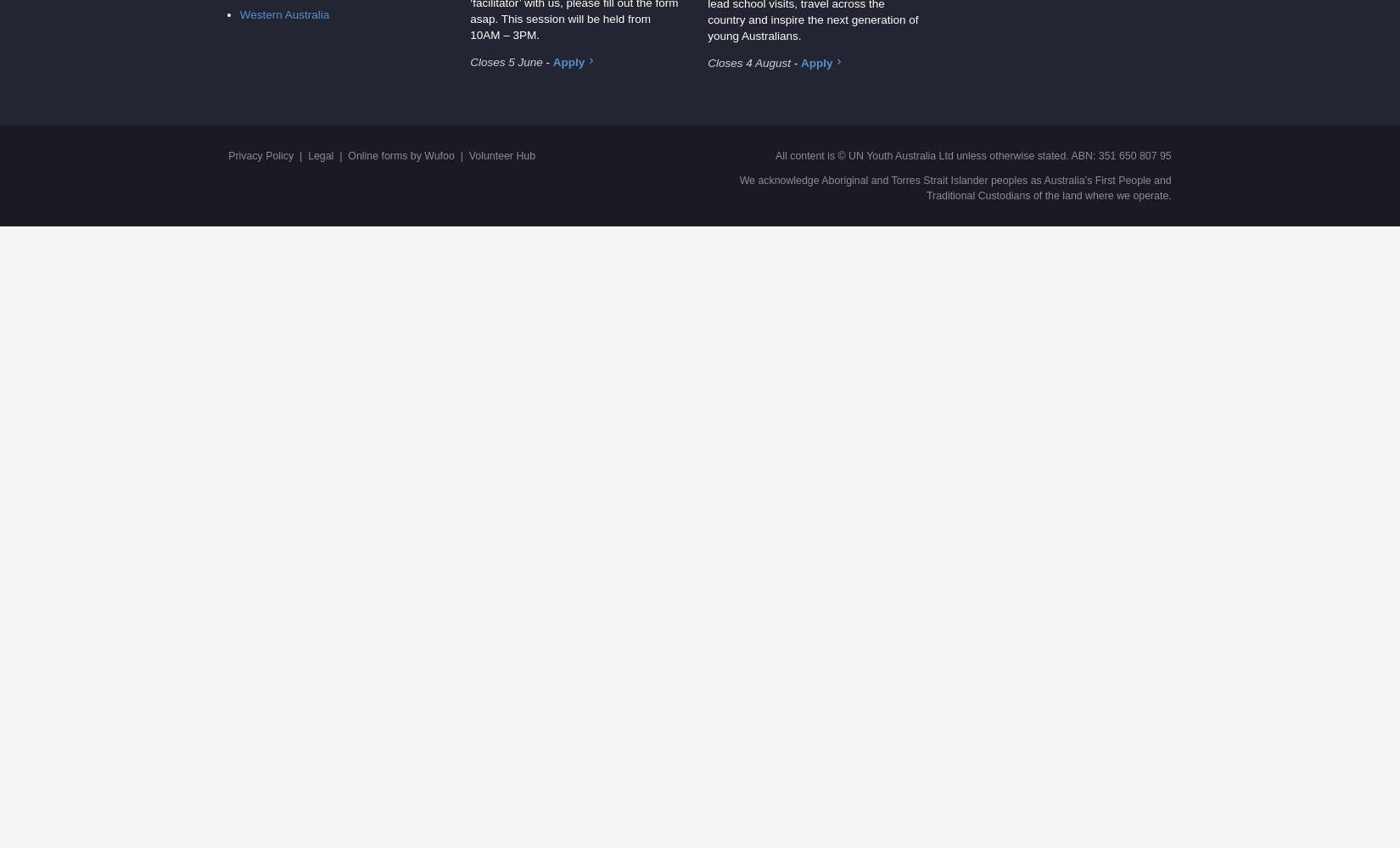 The width and height of the screenshot is (1400, 848). I want to click on 'Closes 4 August', so click(748, 62).